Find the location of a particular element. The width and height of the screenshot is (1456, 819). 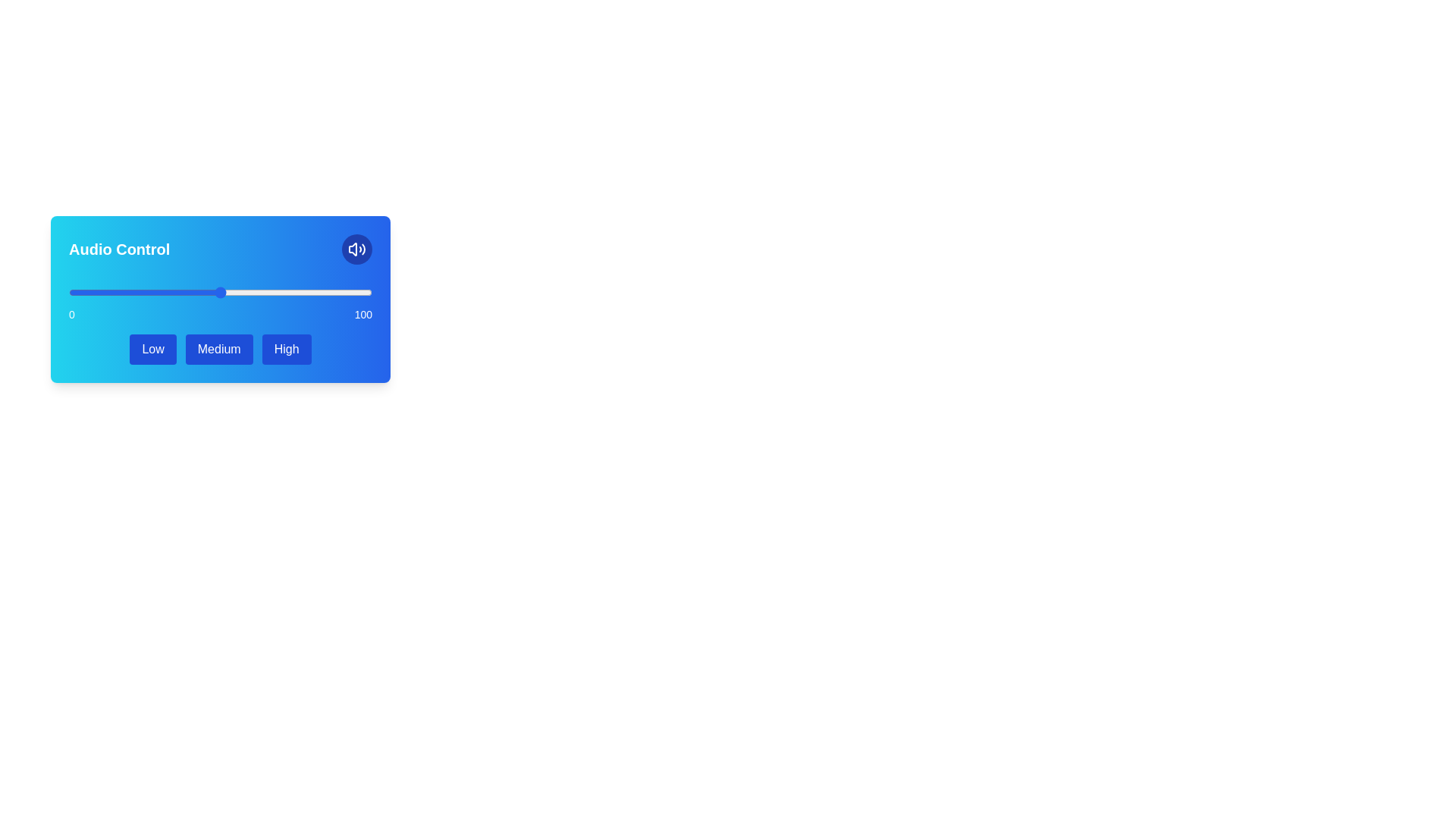

the 'Low' button located at the bottom-center of the 'Audio Control' section is located at coordinates (152, 350).